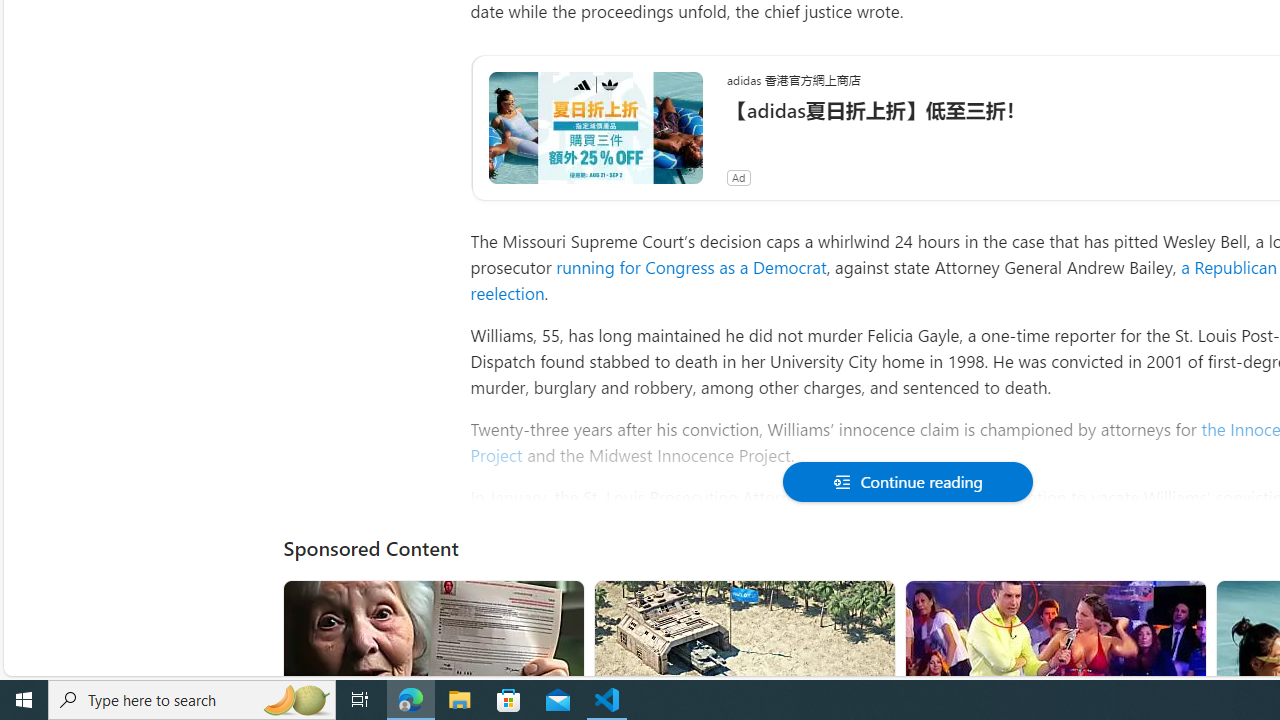 The height and width of the screenshot is (720, 1280). What do you see at coordinates (737, 176) in the screenshot?
I see `'Ad'` at bounding box center [737, 176].